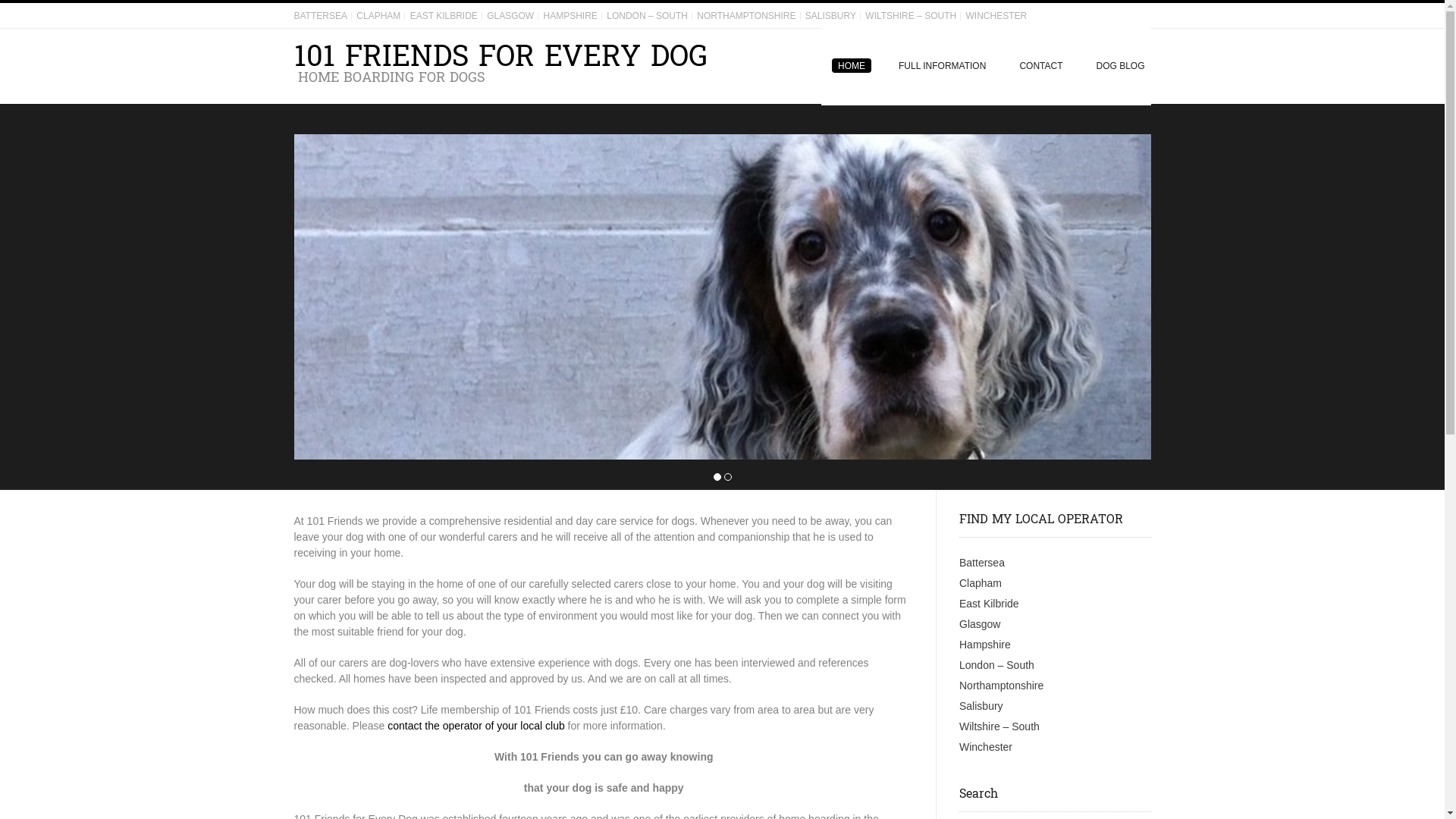 Image resolution: width=1456 pixels, height=819 pixels. I want to click on 'GLASGOW', so click(510, 15).